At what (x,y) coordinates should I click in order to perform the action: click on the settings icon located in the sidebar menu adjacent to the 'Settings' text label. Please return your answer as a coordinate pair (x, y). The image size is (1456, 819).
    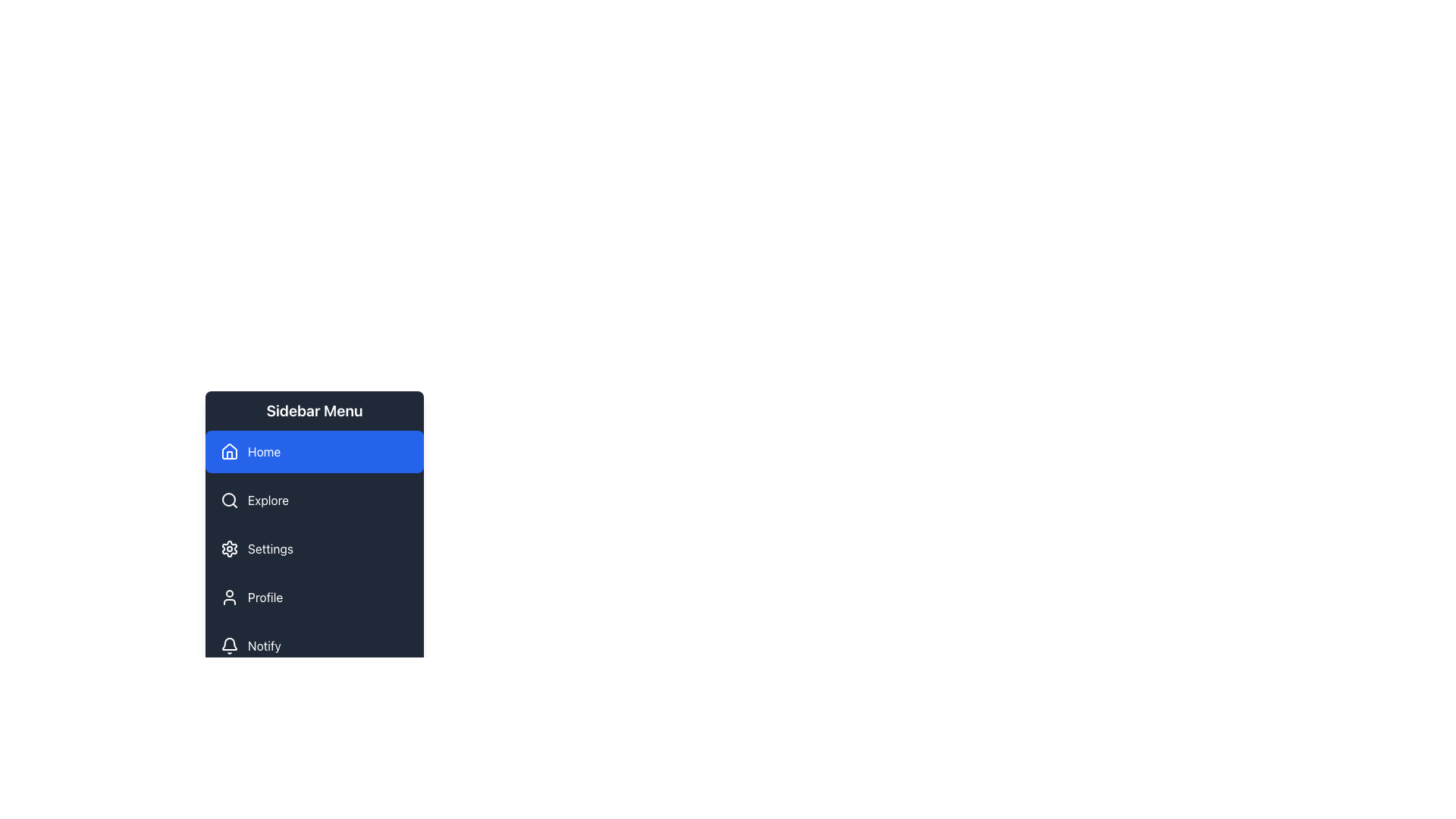
    Looking at the image, I should click on (228, 549).